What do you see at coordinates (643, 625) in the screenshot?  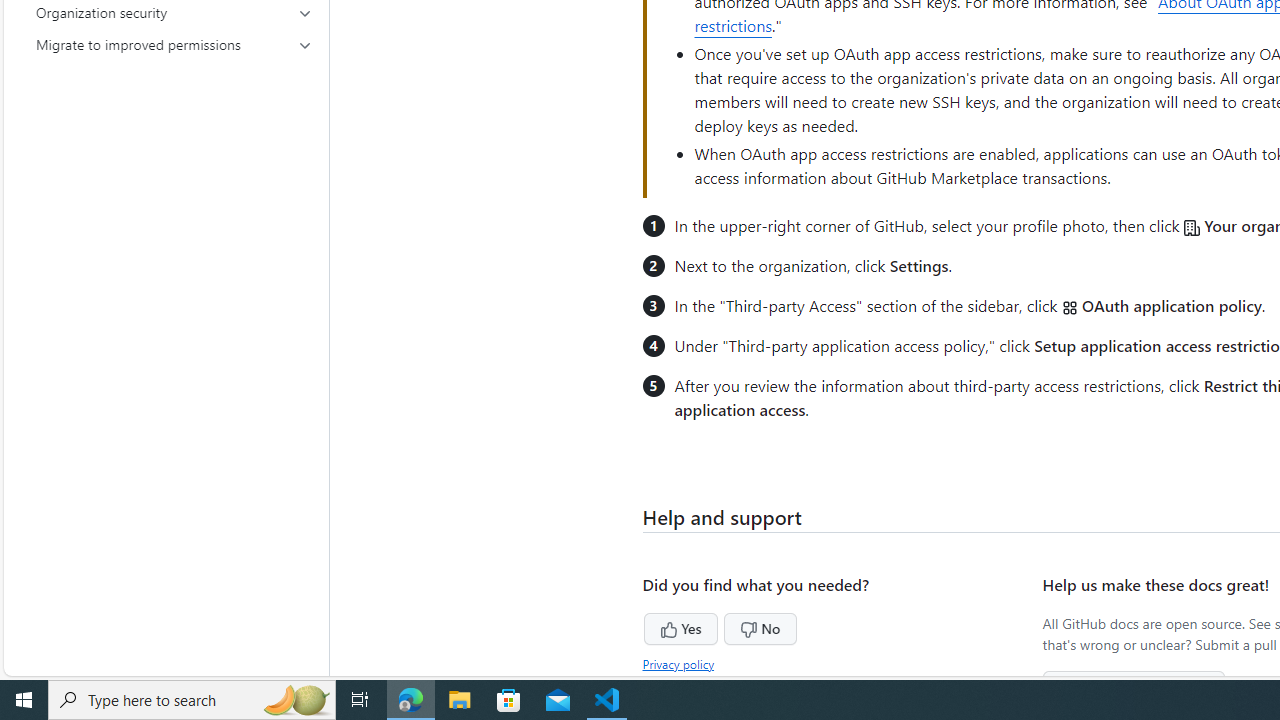 I see `'Yes'` at bounding box center [643, 625].